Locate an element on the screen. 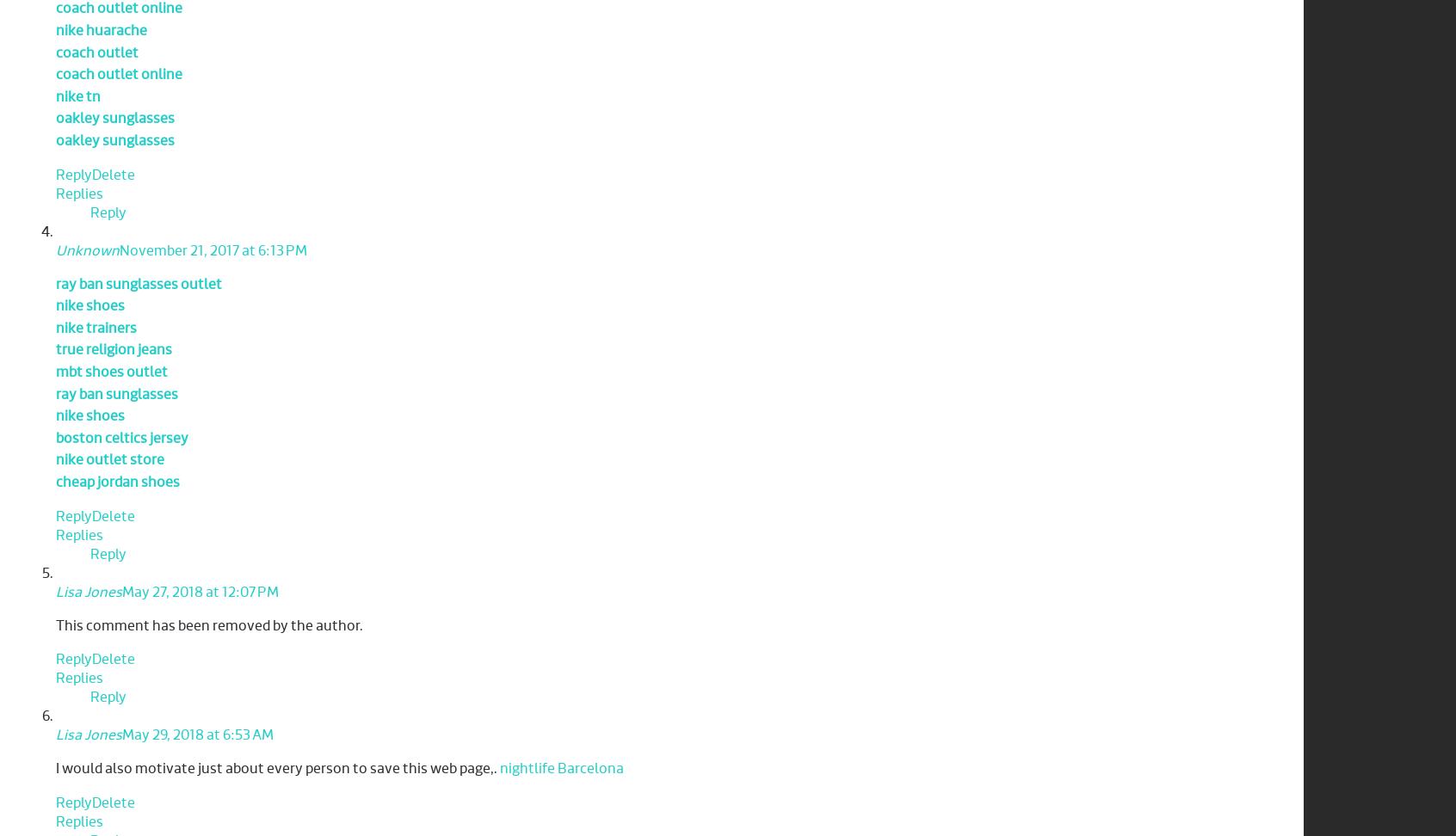 The height and width of the screenshot is (836, 1456). 'boston celtics jersey' is located at coordinates (121, 438).